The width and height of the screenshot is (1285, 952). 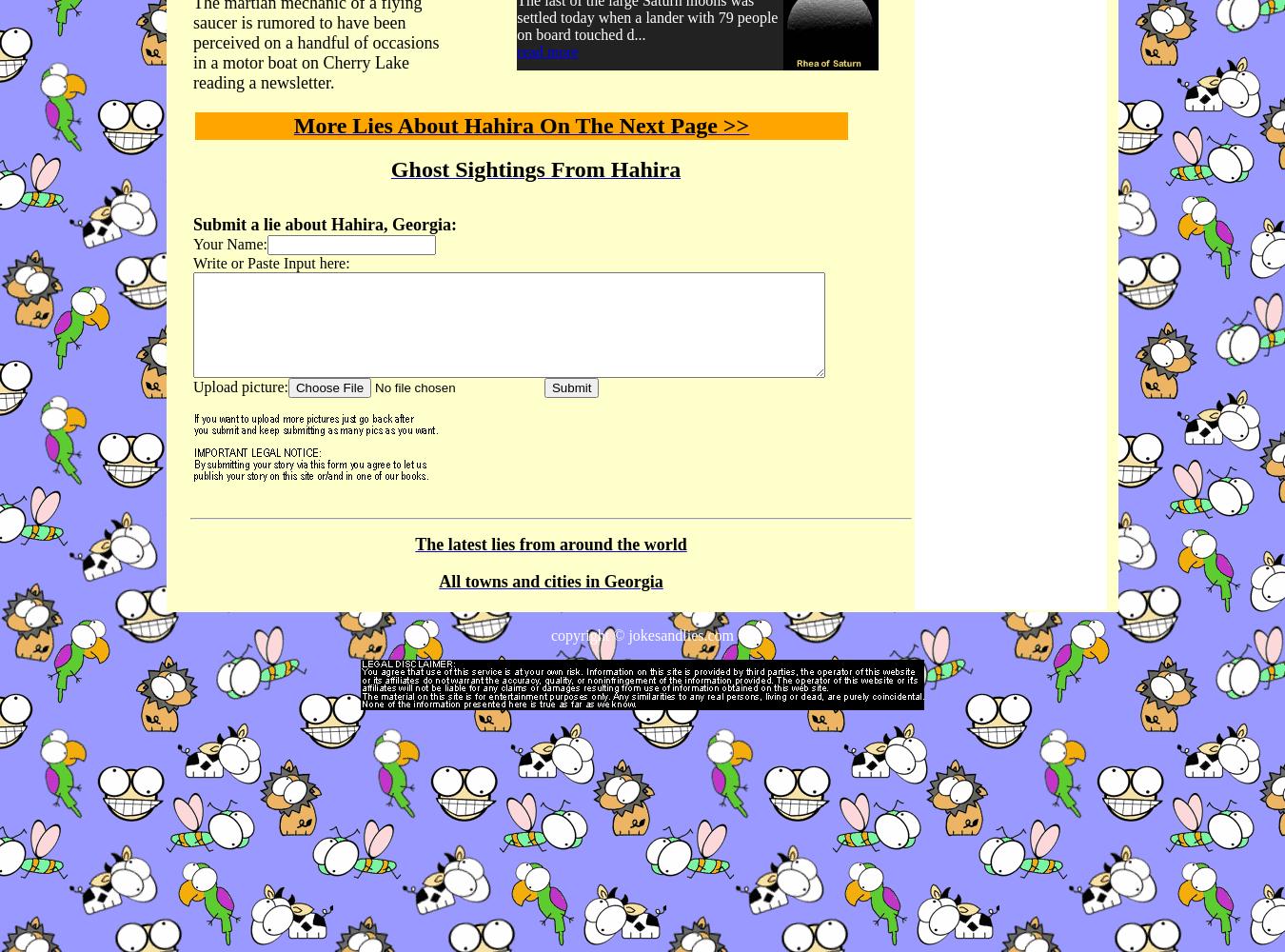 What do you see at coordinates (239, 387) in the screenshot?
I see `'Upload picture:'` at bounding box center [239, 387].